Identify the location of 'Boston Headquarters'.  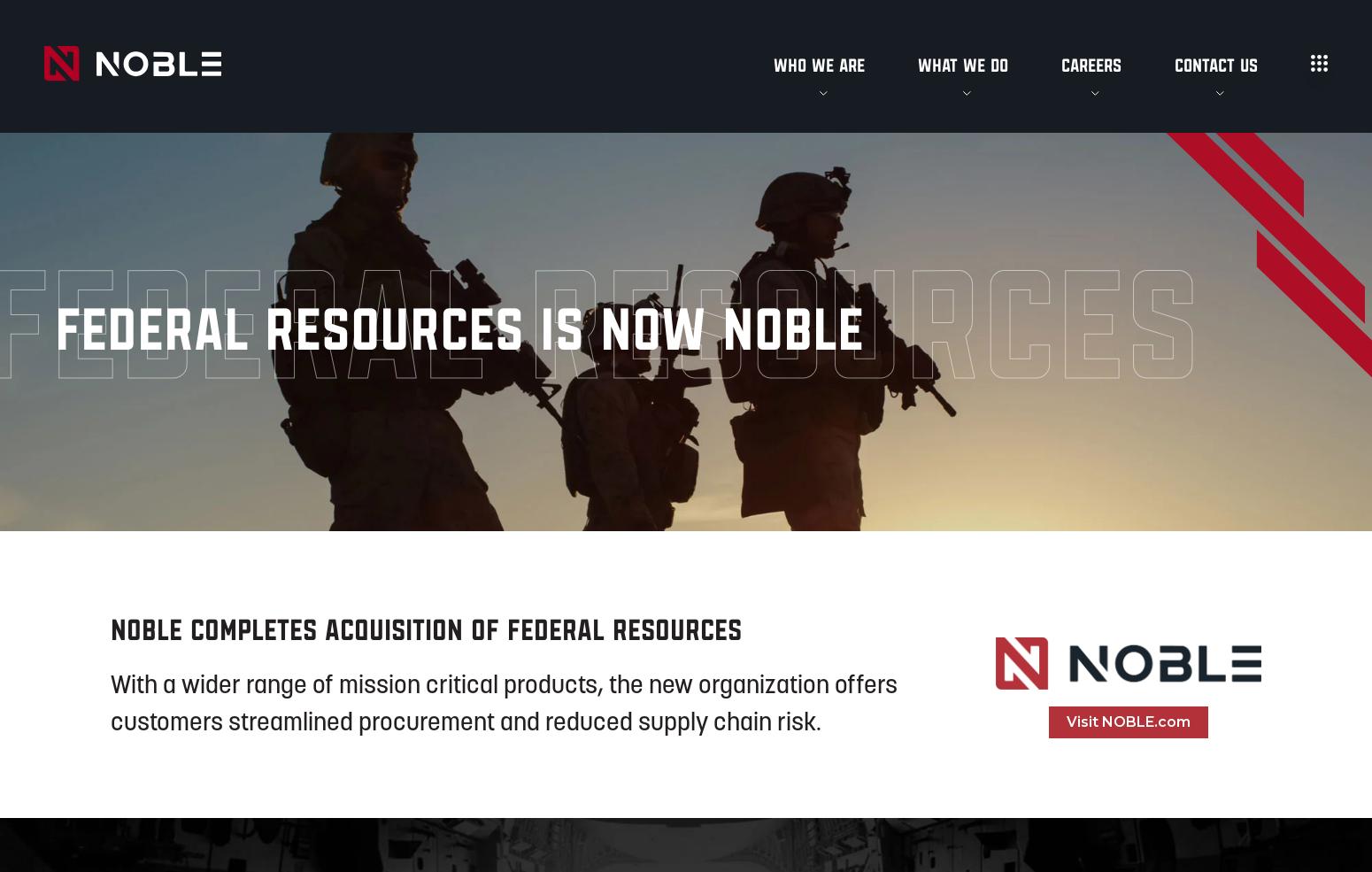
(1008, 332).